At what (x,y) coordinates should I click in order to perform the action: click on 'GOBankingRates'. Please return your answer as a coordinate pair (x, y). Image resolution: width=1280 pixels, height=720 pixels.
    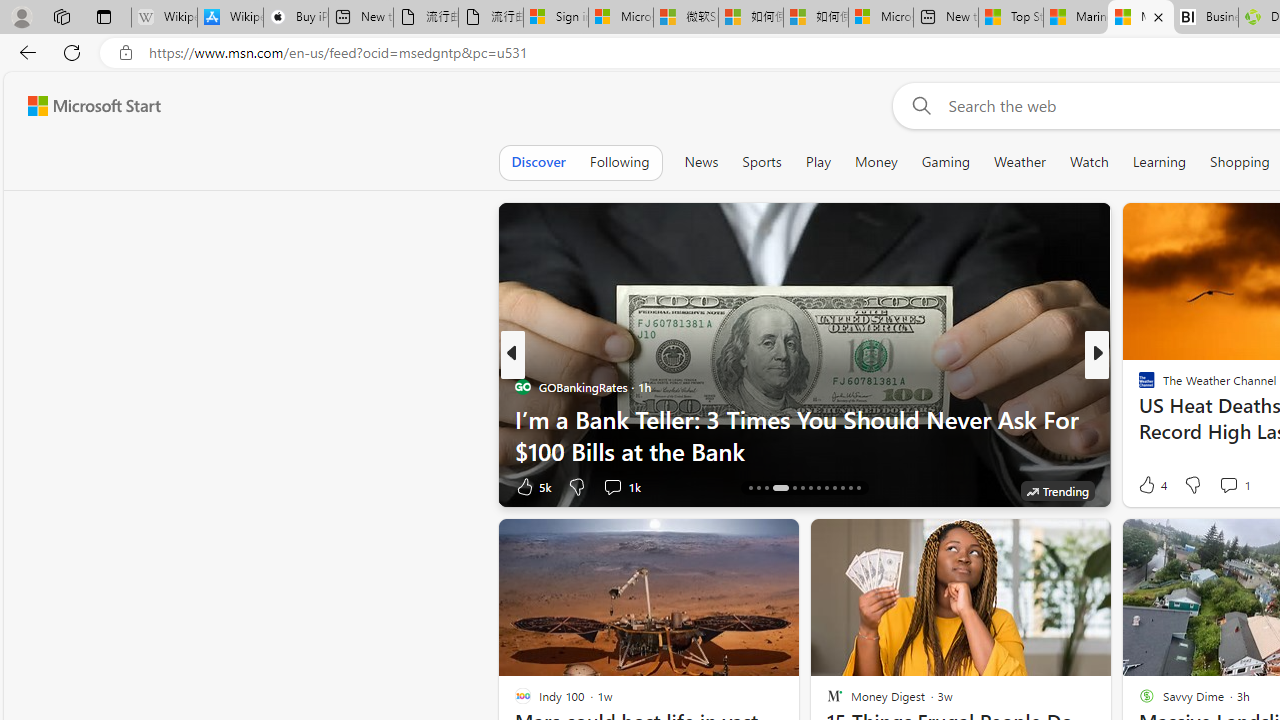
    Looking at the image, I should click on (522, 387).